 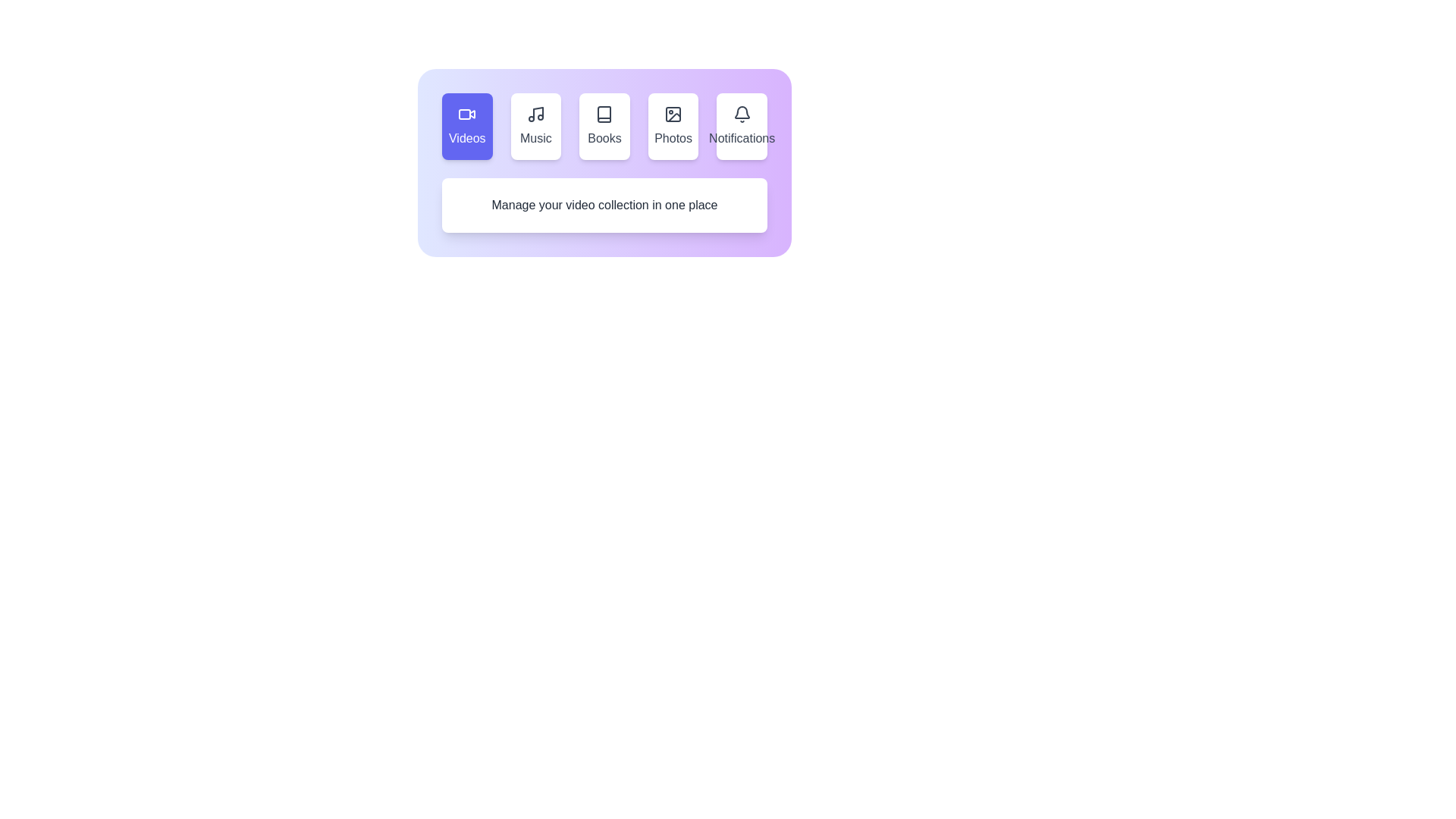 What do you see at coordinates (535, 125) in the screenshot?
I see `the tab labeled Music to switch to it` at bounding box center [535, 125].